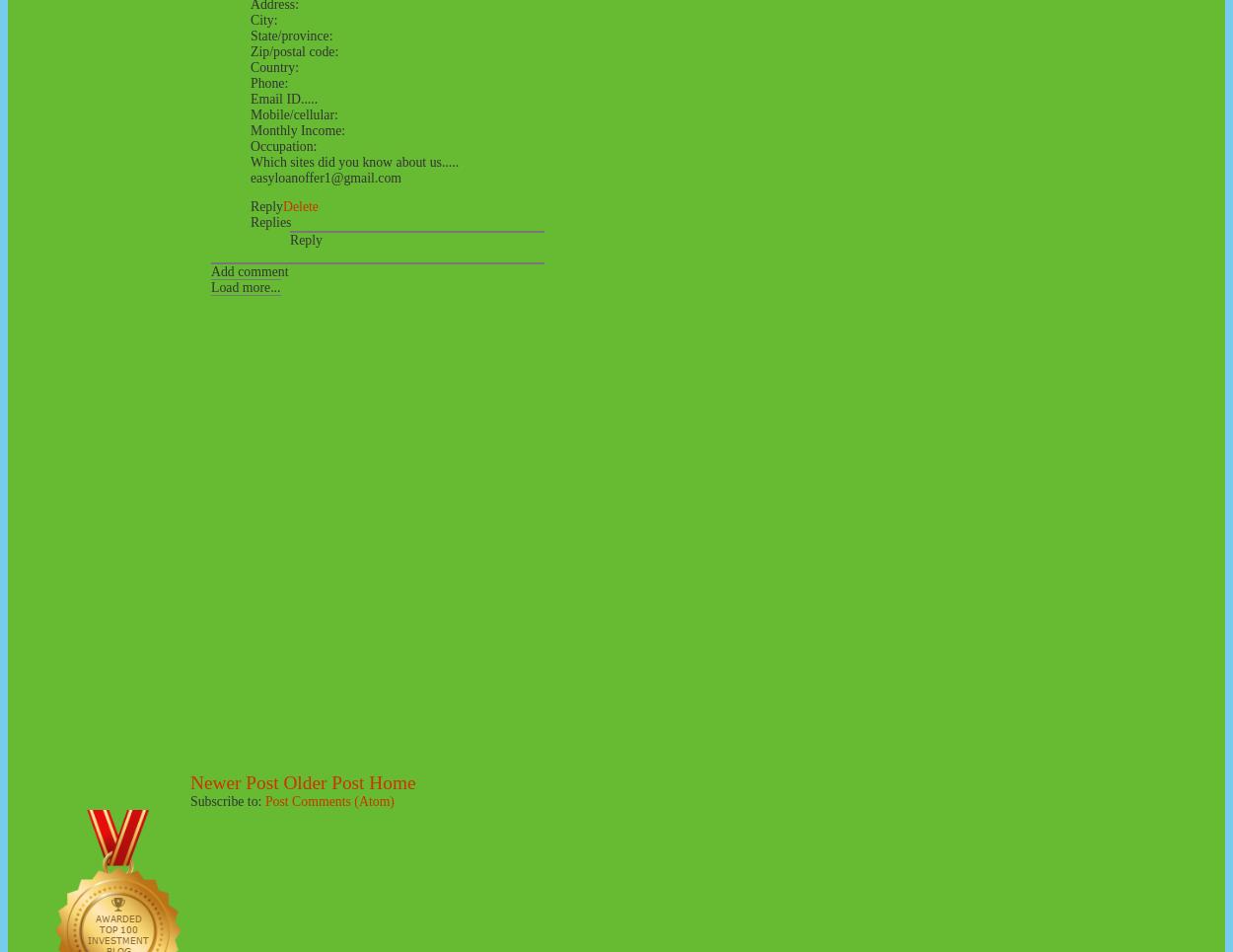 This screenshot has height=952, width=1233. Describe the element at coordinates (283, 145) in the screenshot. I see `'Occupation:'` at that location.